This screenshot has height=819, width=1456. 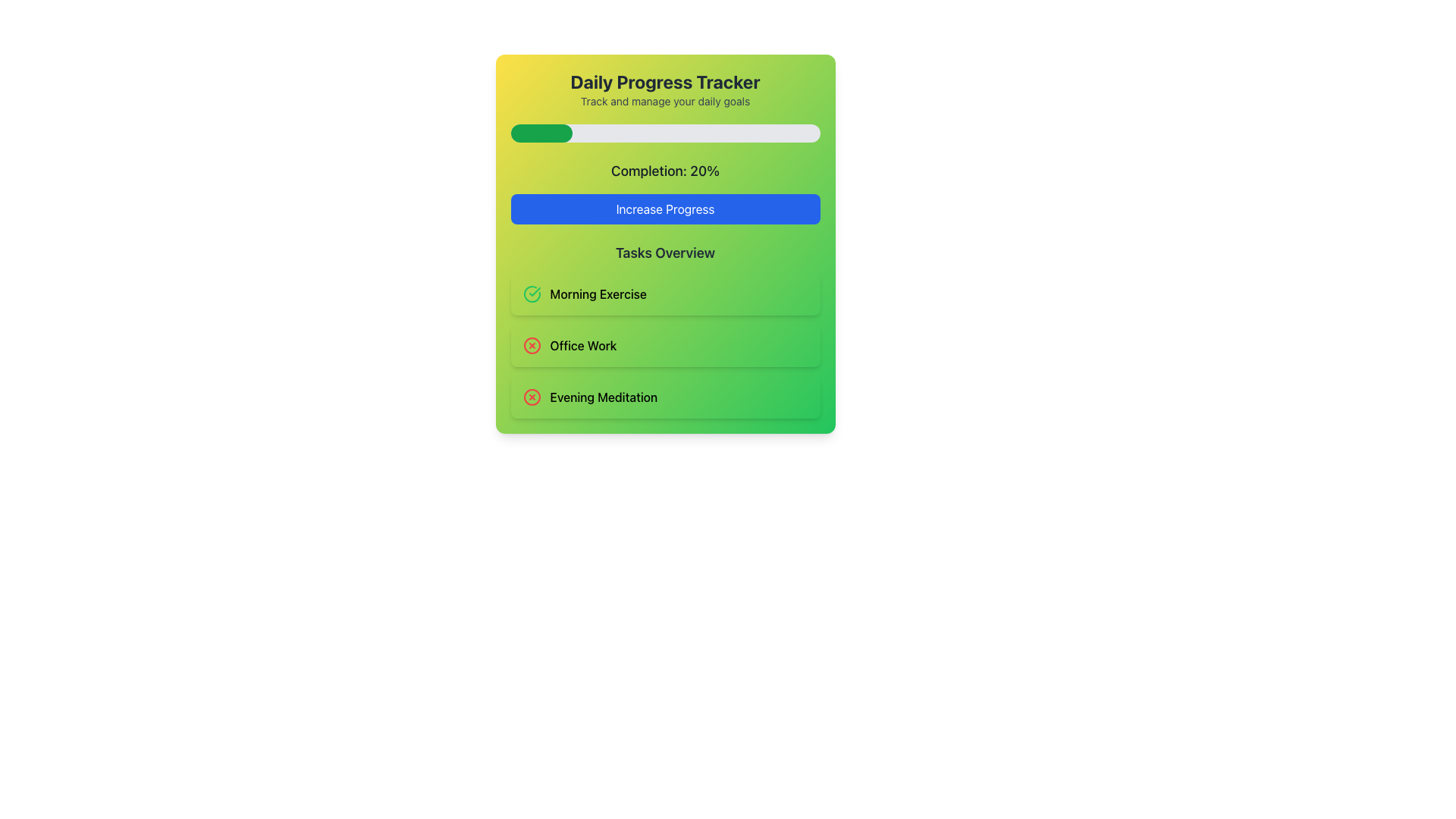 I want to click on the Text block that serves as a title and subtitle for tracking daily goals, positioned centrally at the top of the gradient card layout, so click(x=665, y=89).